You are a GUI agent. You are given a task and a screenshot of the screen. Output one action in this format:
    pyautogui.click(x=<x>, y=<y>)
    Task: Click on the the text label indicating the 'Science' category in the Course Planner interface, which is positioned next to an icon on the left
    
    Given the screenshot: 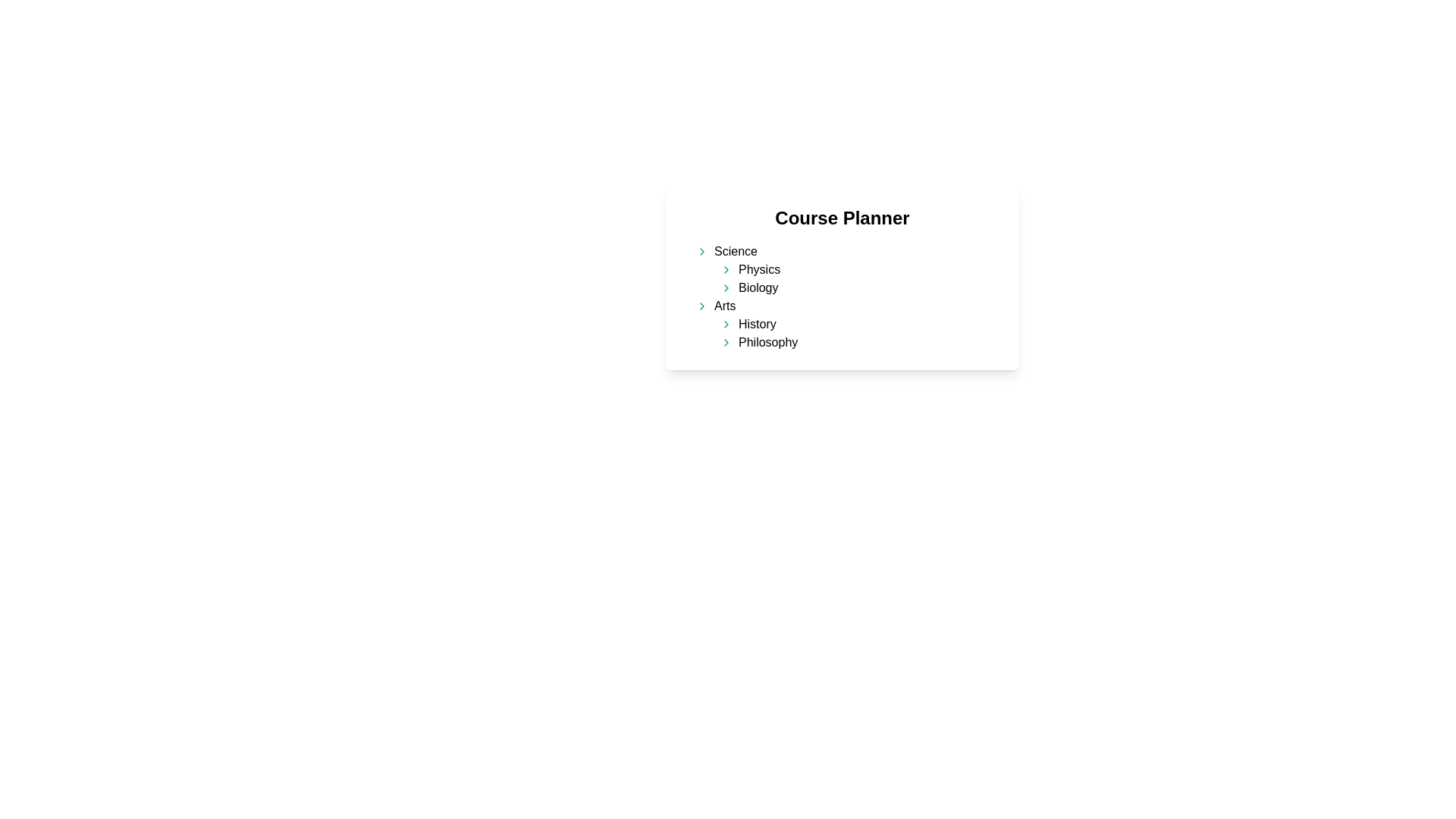 What is the action you would take?
    pyautogui.click(x=736, y=250)
    